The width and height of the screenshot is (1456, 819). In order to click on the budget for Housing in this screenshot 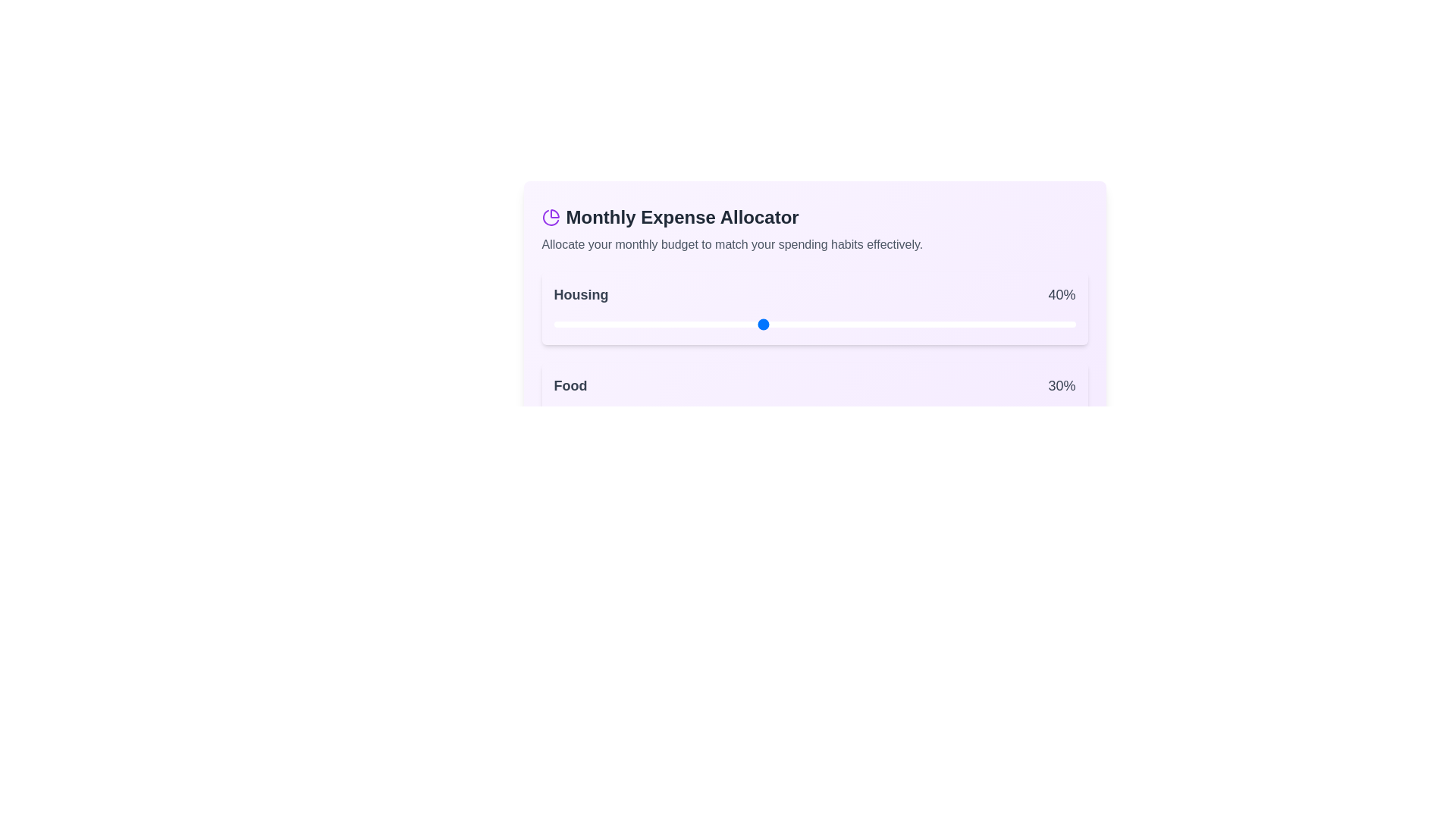, I will do `click(626, 324)`.